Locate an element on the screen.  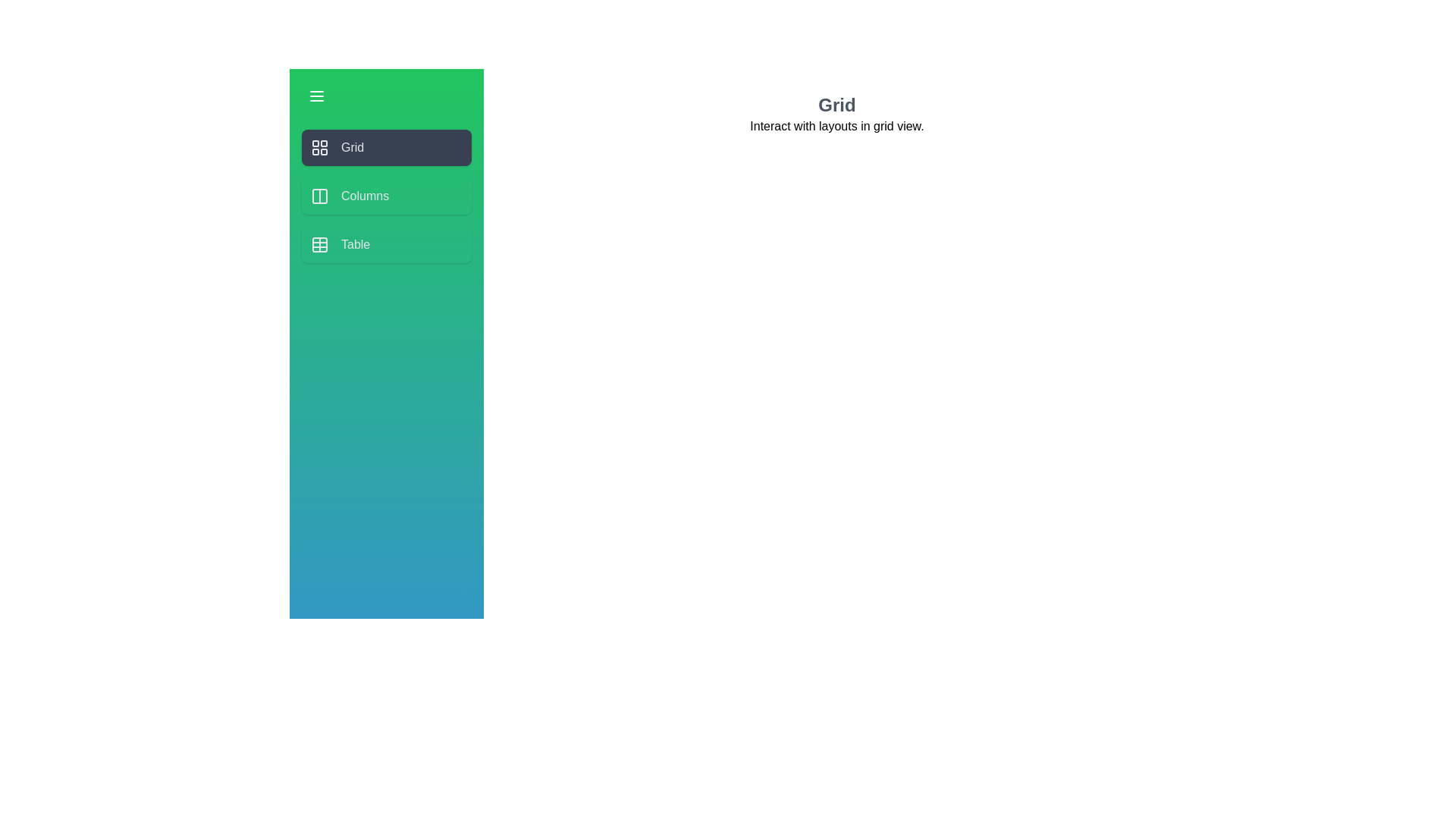
the menu button to toggle the drawer is located at coordinates (315, 96).